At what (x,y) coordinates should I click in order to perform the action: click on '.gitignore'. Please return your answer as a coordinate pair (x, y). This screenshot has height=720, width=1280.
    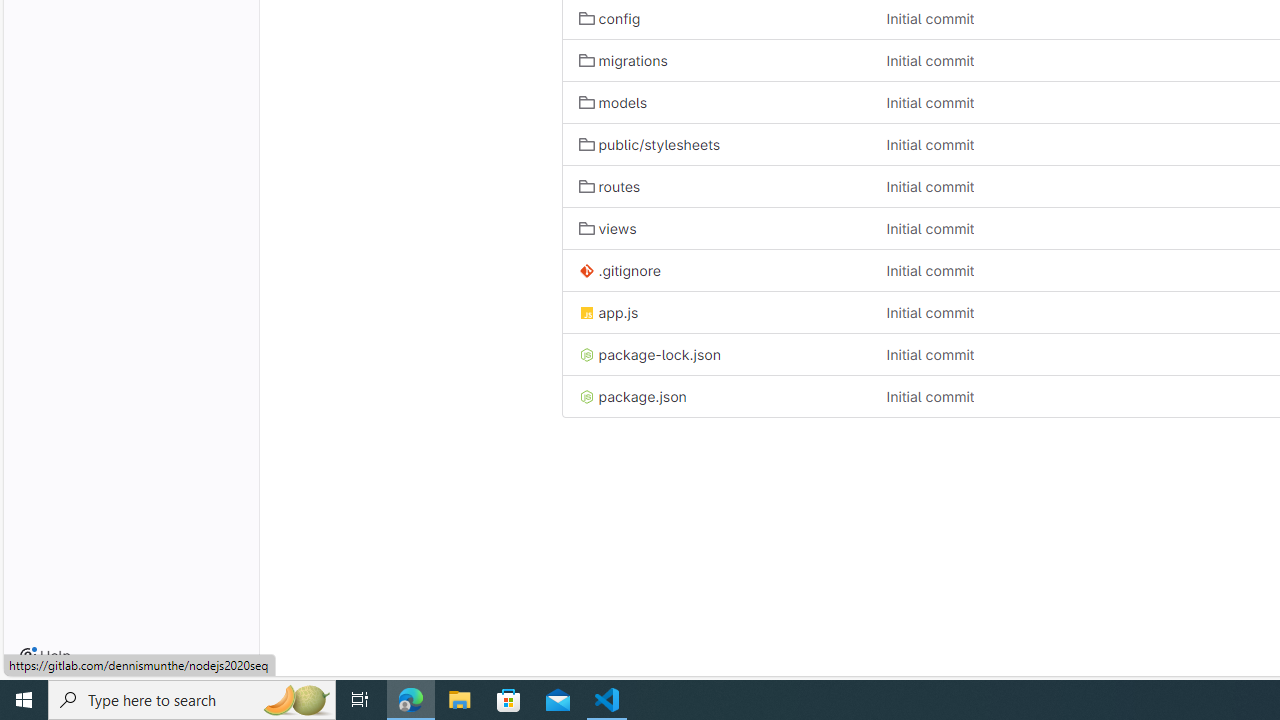
    Looking at the image, I should click on (716, 270).